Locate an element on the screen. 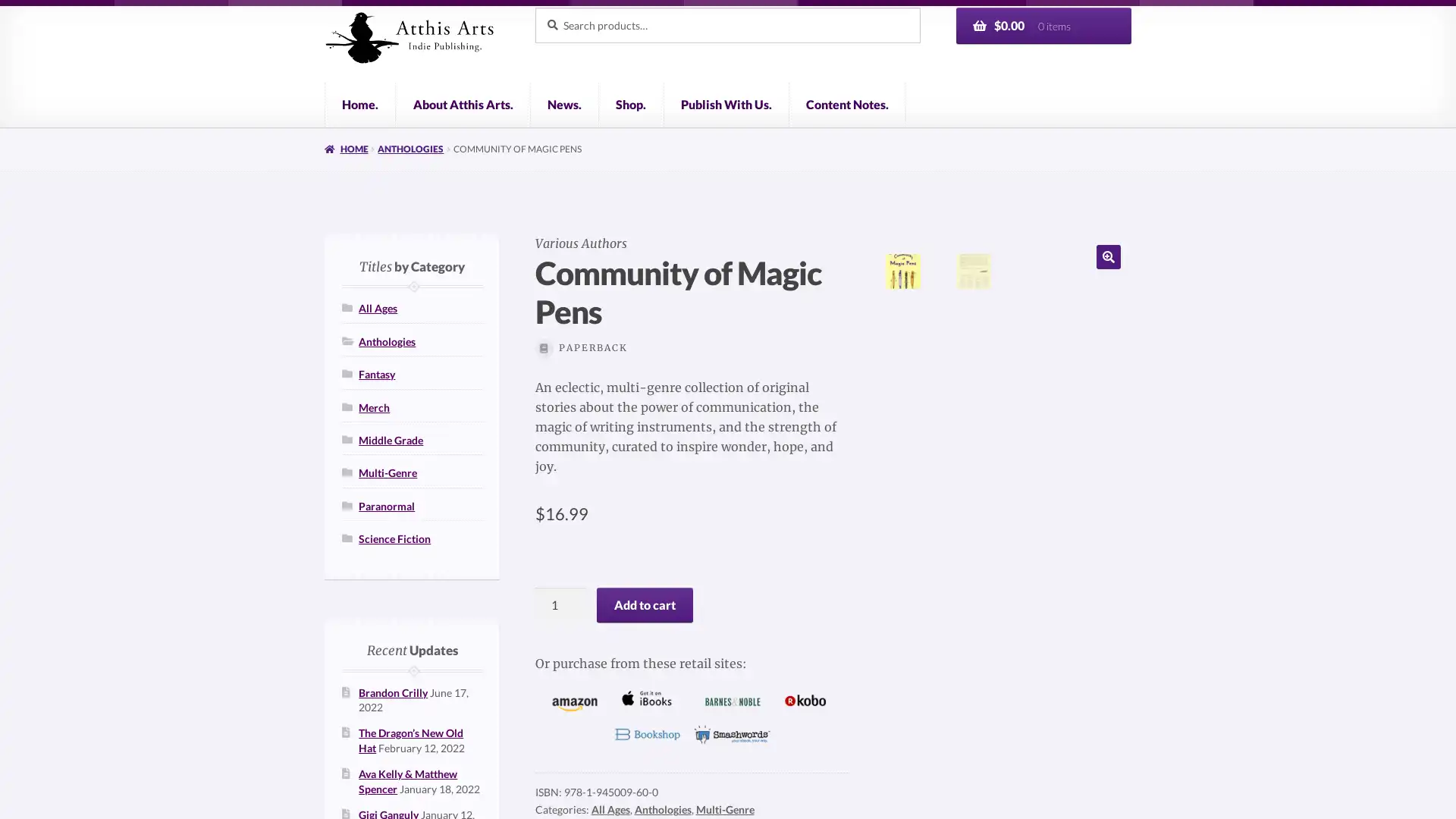  Add to cart is located at coordinates (644, 604).